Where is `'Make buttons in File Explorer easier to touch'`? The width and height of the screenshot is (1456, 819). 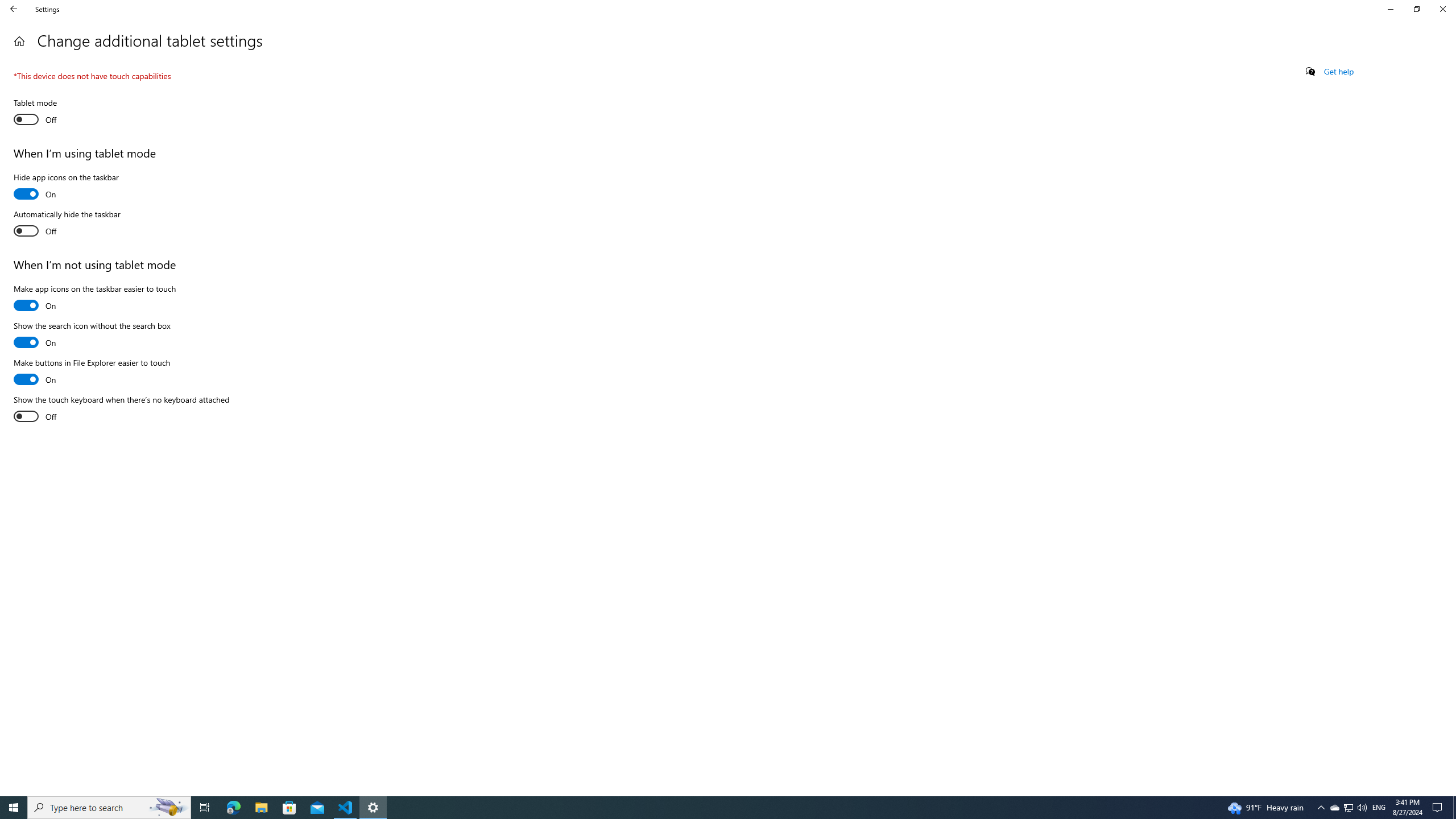 'Make buttons in File Explorer easier to touch' is located at coordinates (91, 372).